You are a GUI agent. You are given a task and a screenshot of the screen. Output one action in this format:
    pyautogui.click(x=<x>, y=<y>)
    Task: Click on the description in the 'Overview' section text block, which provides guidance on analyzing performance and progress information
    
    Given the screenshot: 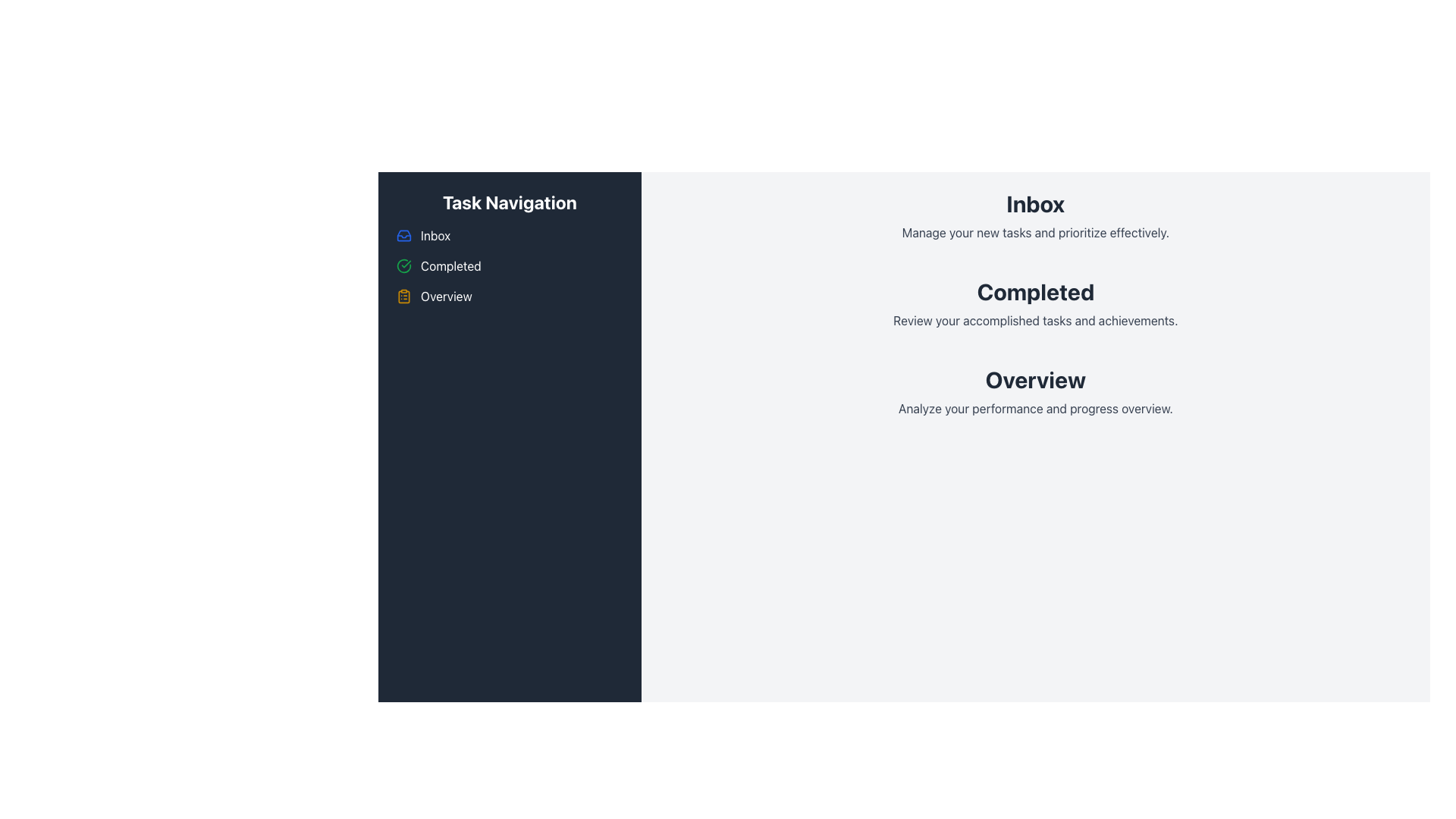 What is the action you would take?
    pyautogui.click(x=1034, y=391)
    